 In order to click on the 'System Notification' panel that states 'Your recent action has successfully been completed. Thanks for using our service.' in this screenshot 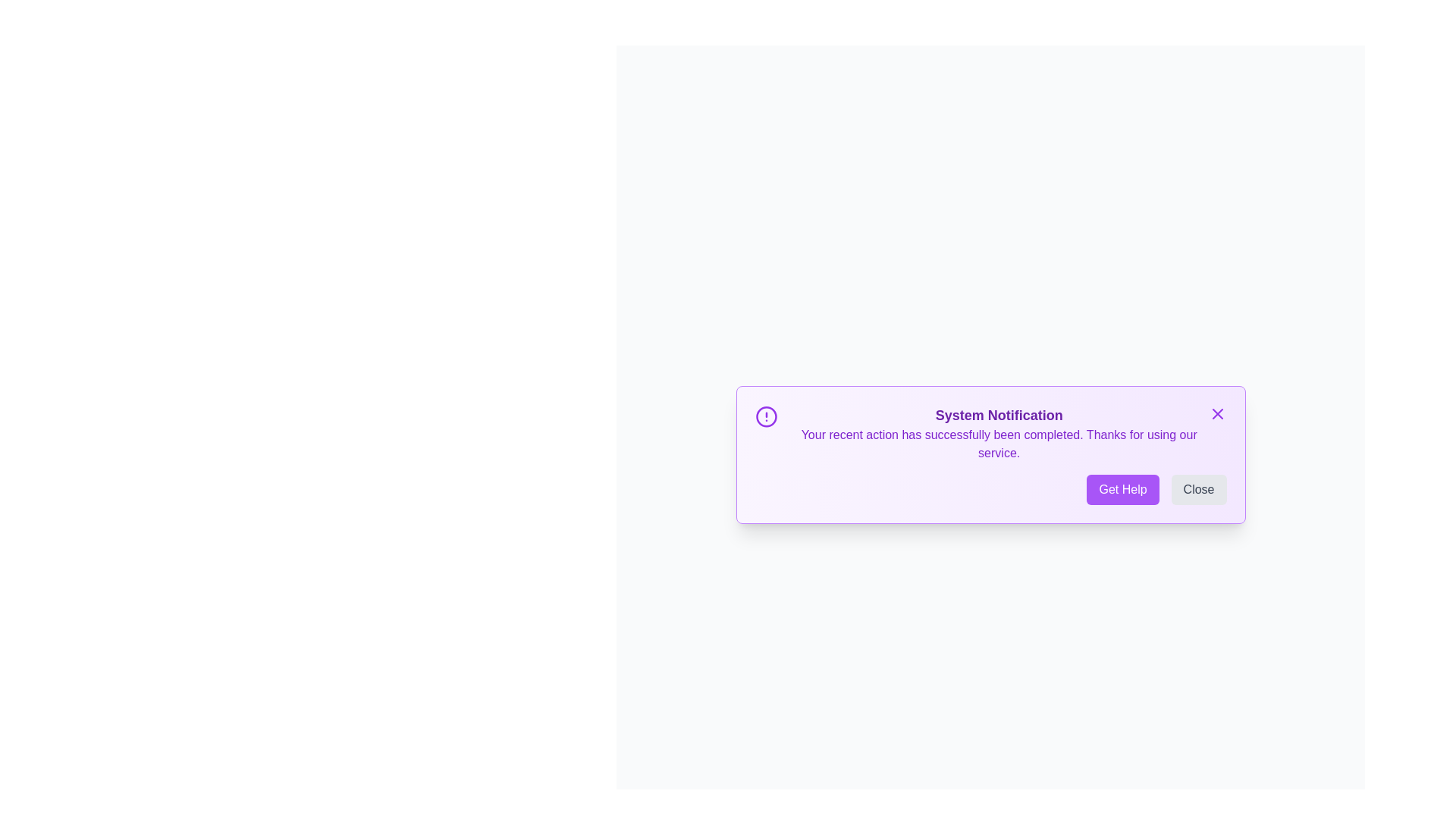, I will do `click(990, 433)`.